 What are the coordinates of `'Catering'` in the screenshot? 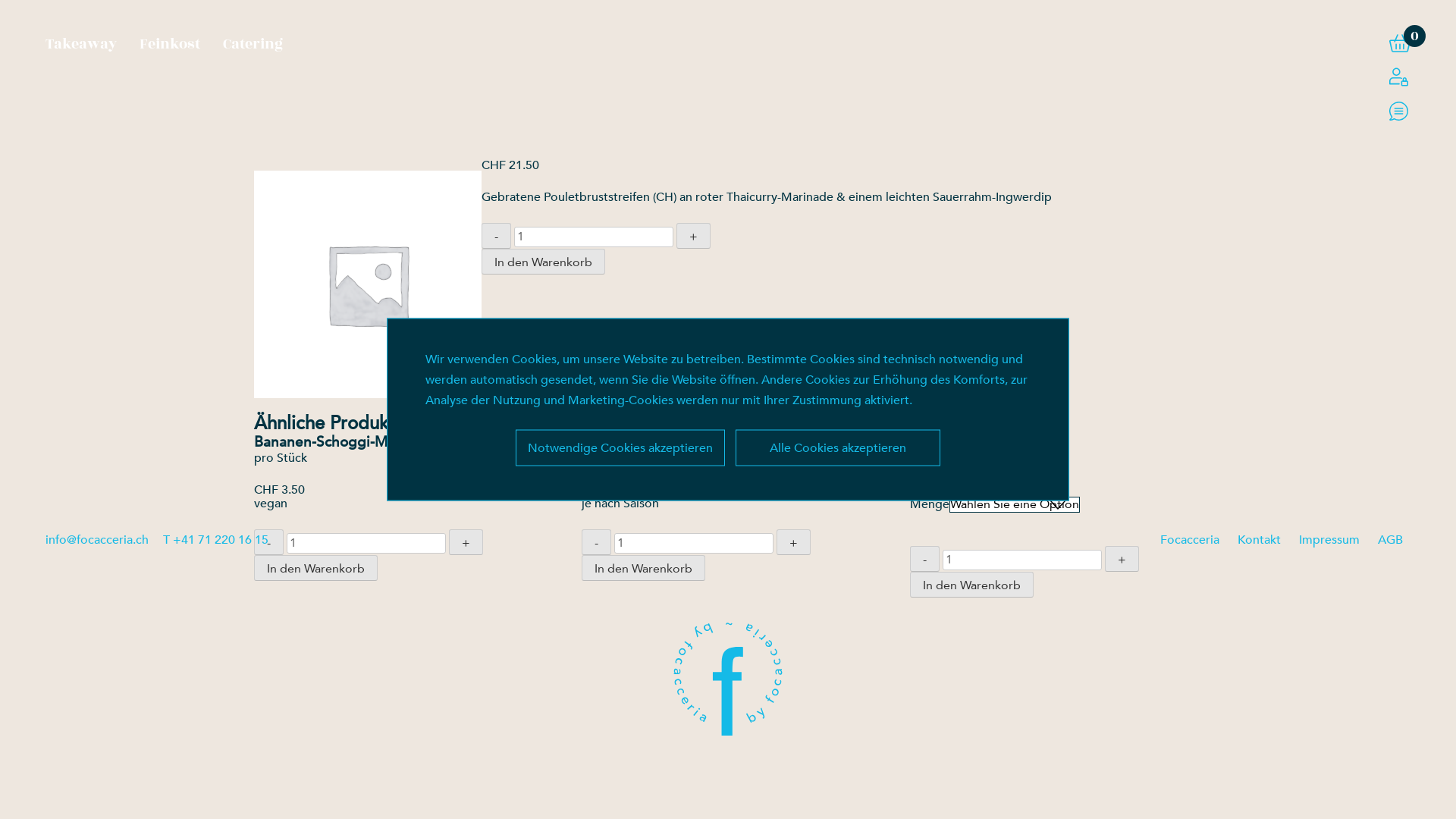 It's located at (221, 42).